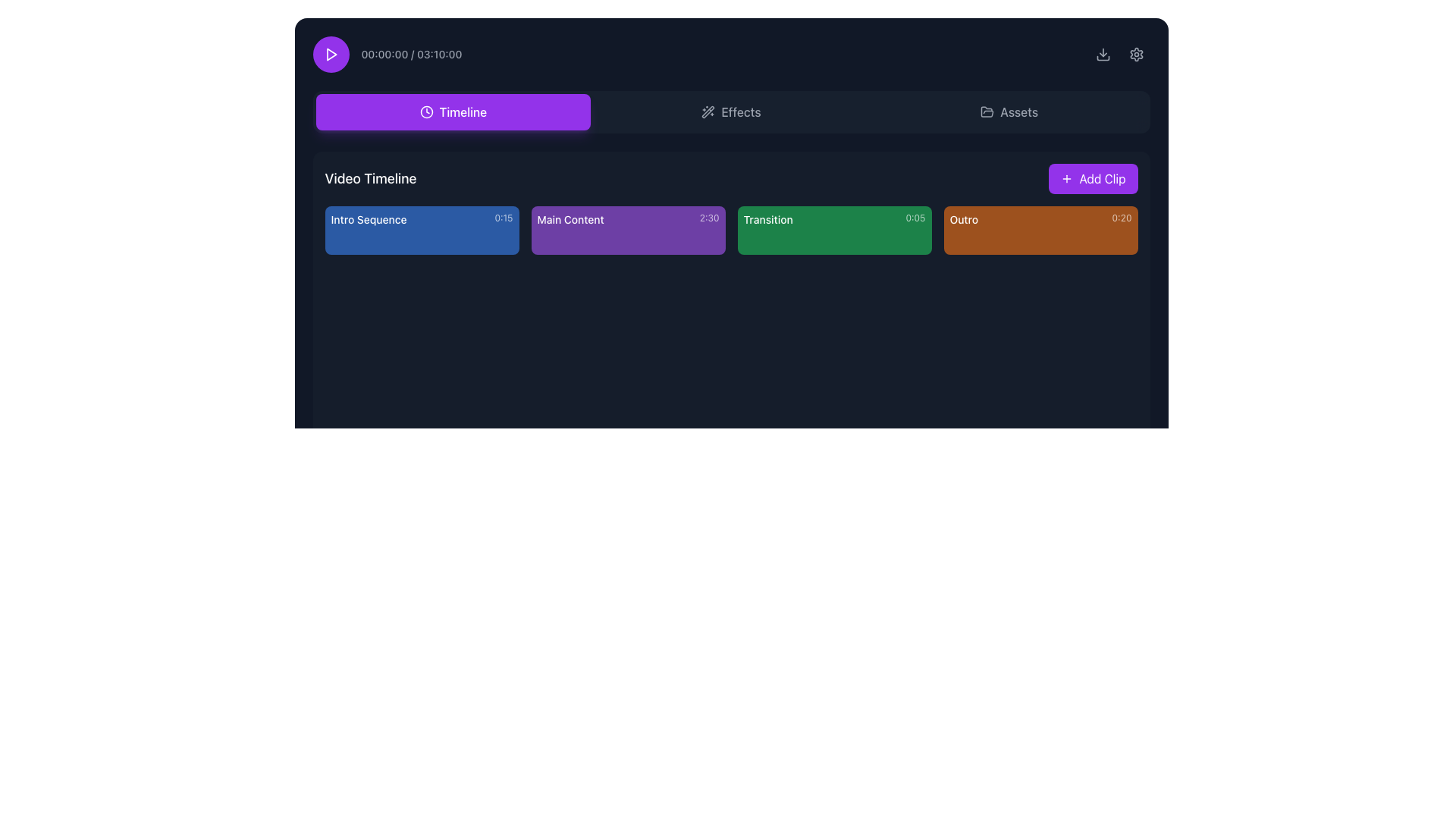  I want to click on the plus sign icon within the 'Add Clip' button located in the top-right part of the main content area, so click(1066, 177).